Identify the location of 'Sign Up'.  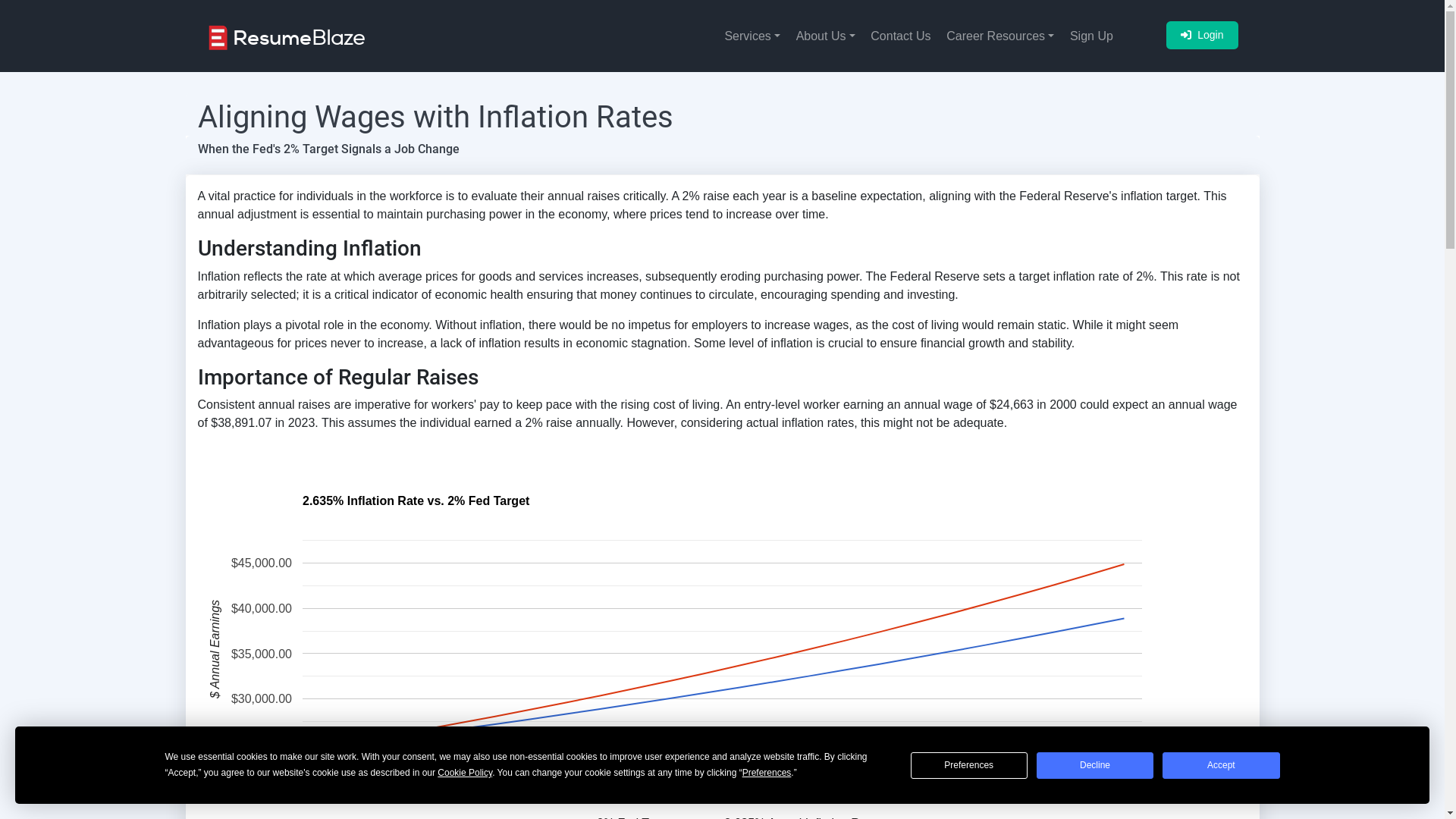
(1084, 35).